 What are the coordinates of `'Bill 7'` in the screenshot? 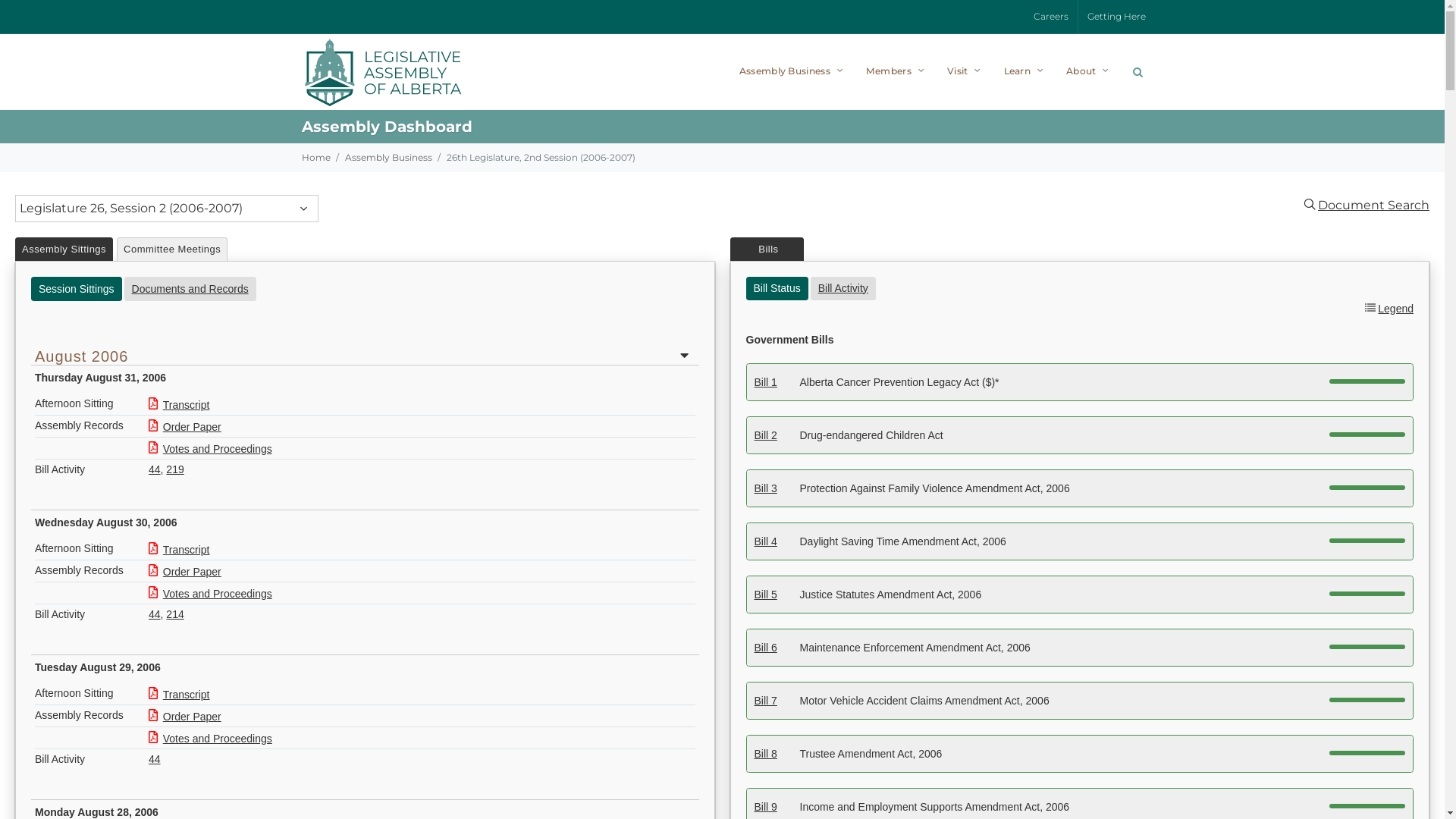 It's located at (764, 701).